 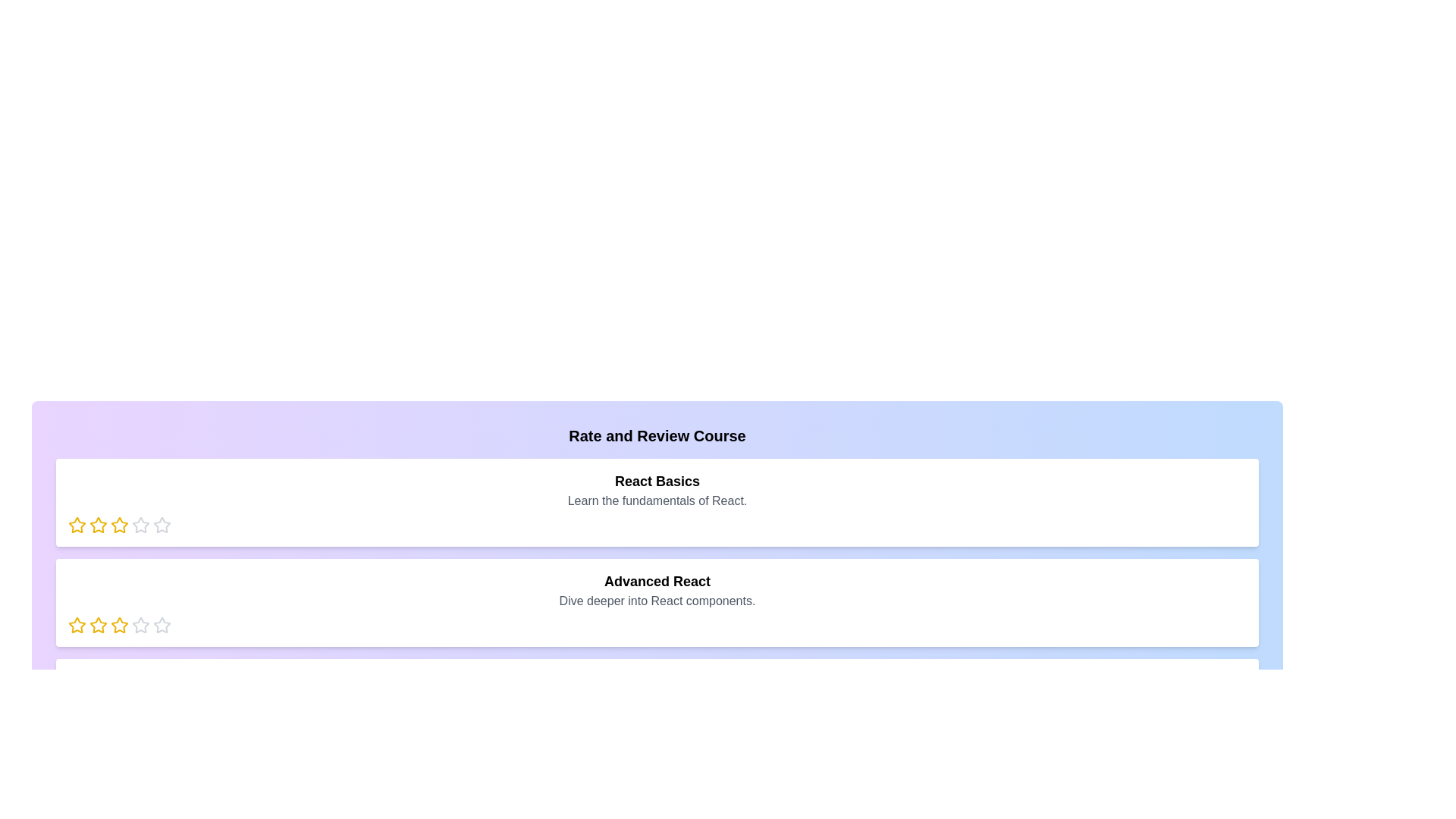 What do you see at coordinates (76, 625) in the screenshot?
I see `the first yellow star icon in the Star Rating Component for keyboard interactions` at bounding box center [76, 625].